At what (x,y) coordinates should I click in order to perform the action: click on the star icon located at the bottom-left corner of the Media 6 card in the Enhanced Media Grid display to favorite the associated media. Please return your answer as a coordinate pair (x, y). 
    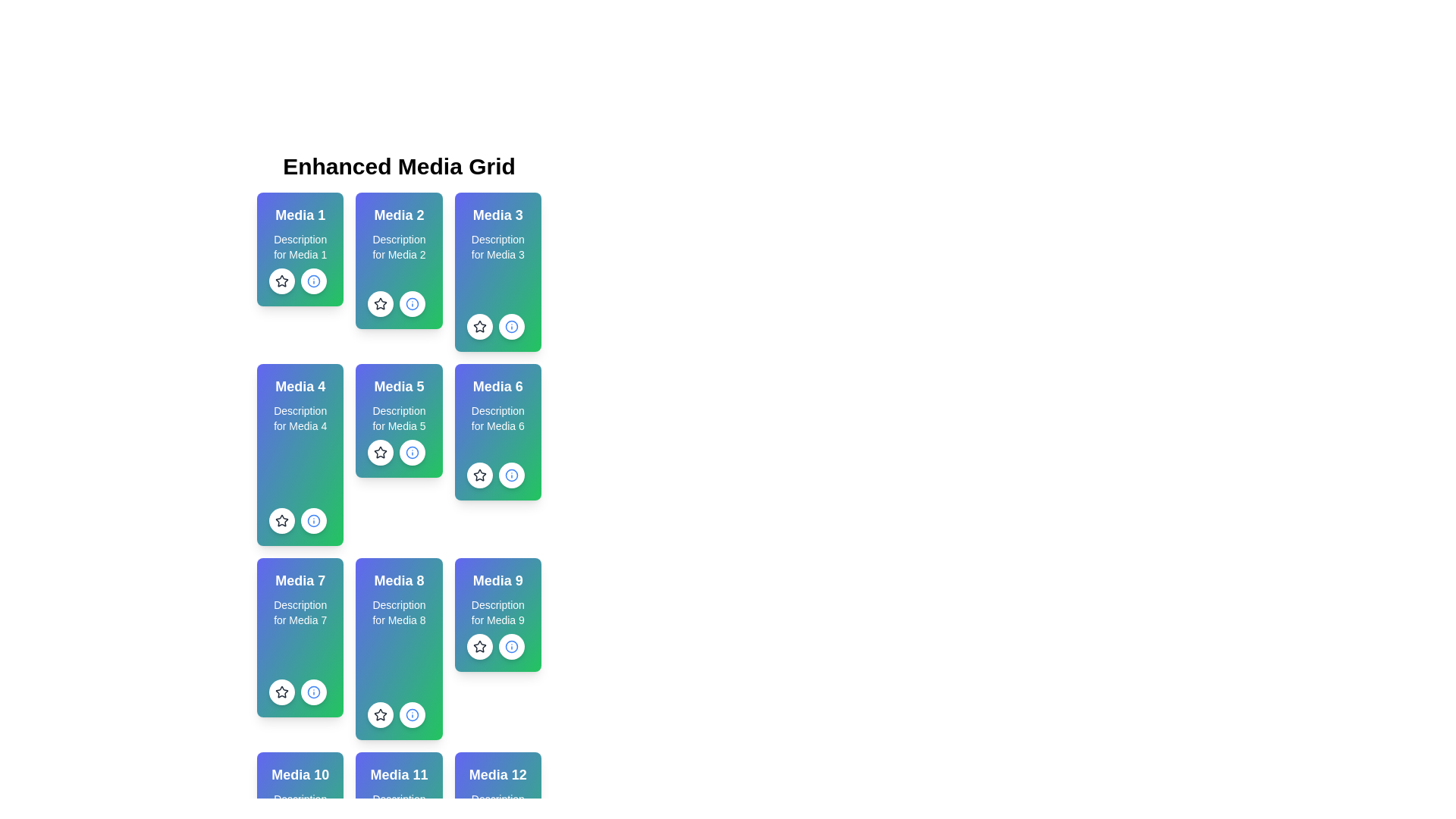
    Looking at the image, I should click on (479, 474).